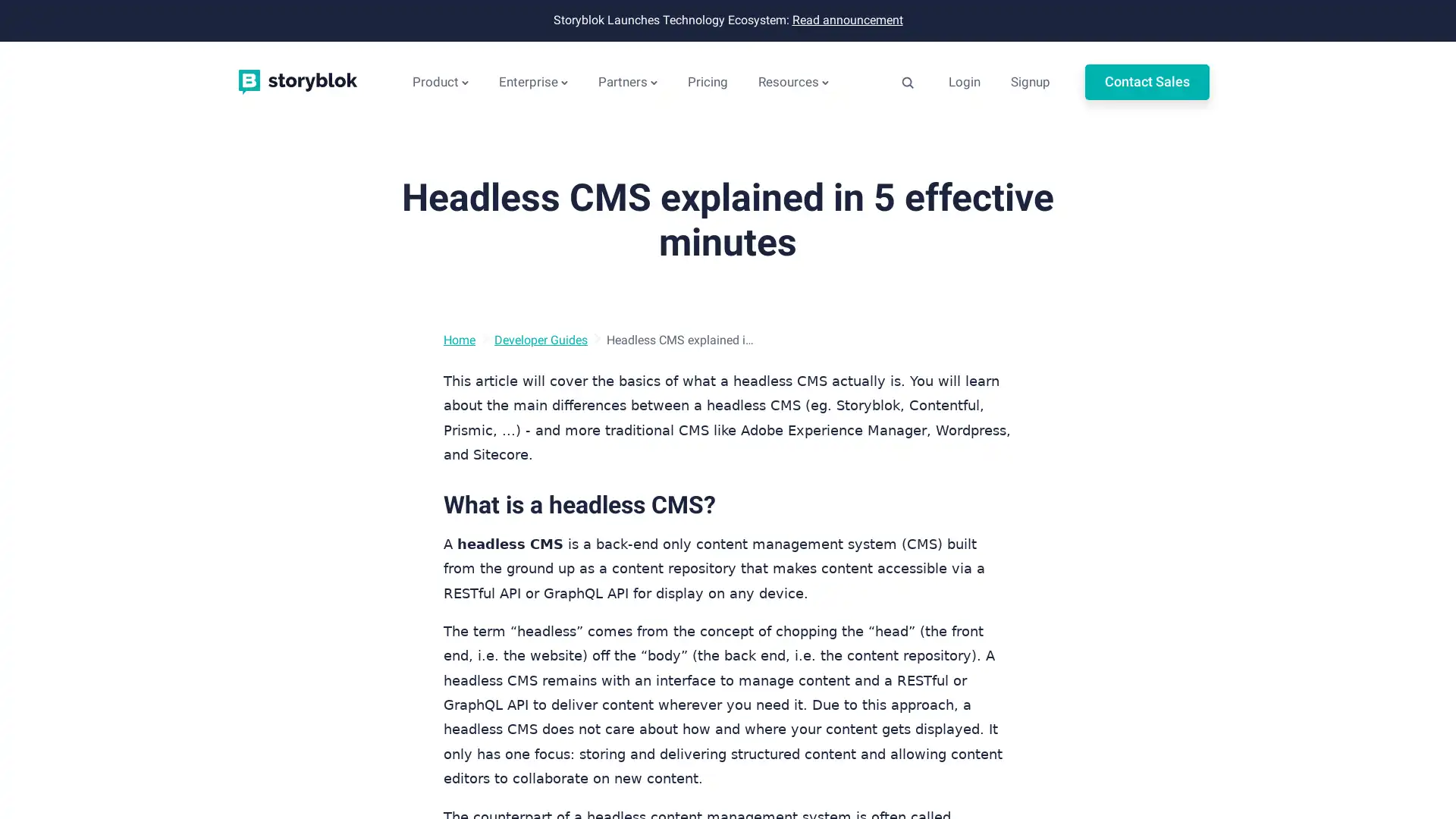 The height and width of the screenshot is (819, 1456). Describe the element at coordinates (628, 82) in the screenshot. I see `Partners` at that location.